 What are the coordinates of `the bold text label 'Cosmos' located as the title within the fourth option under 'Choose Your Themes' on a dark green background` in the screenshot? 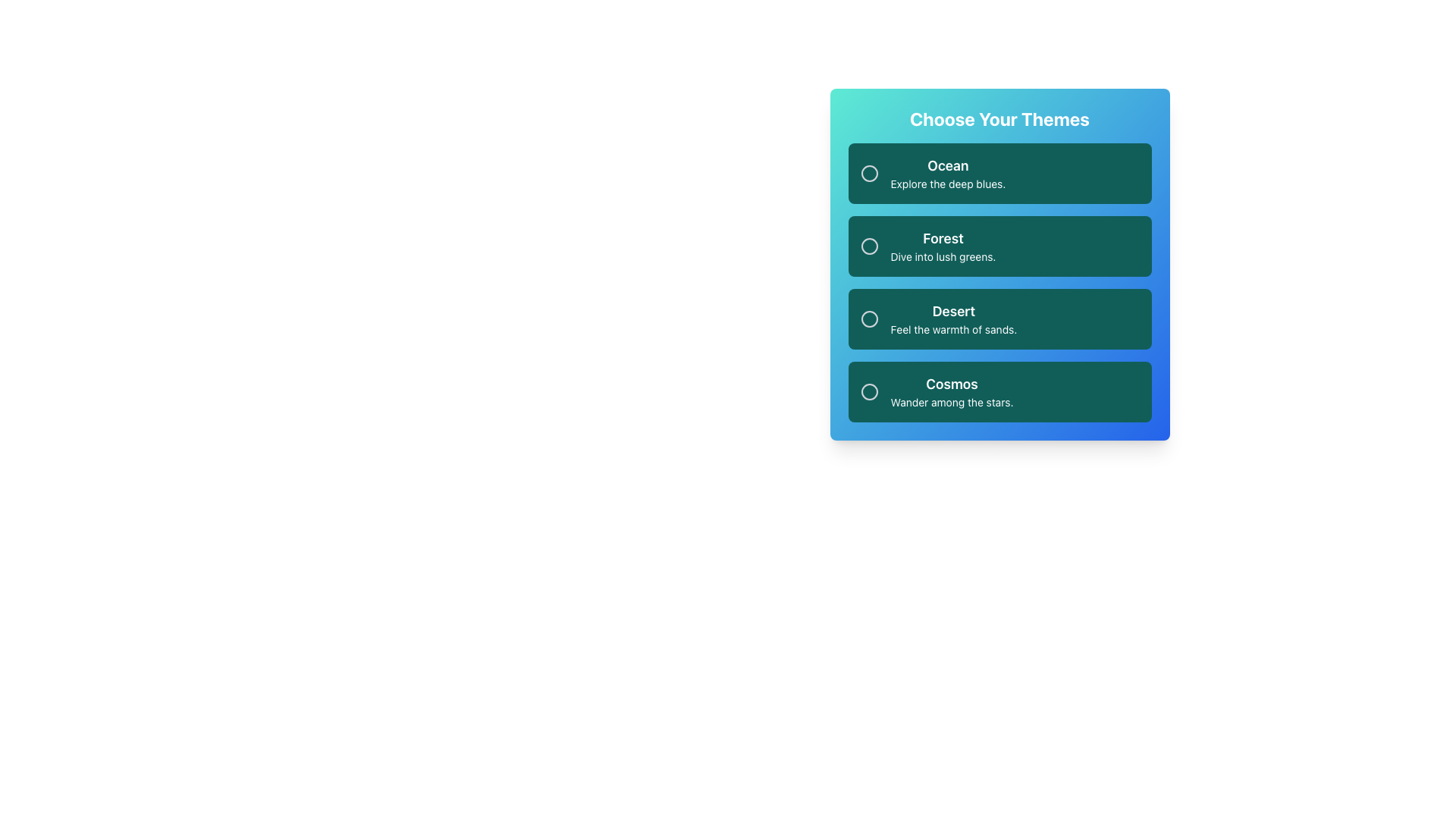 It's located at (951, 383).